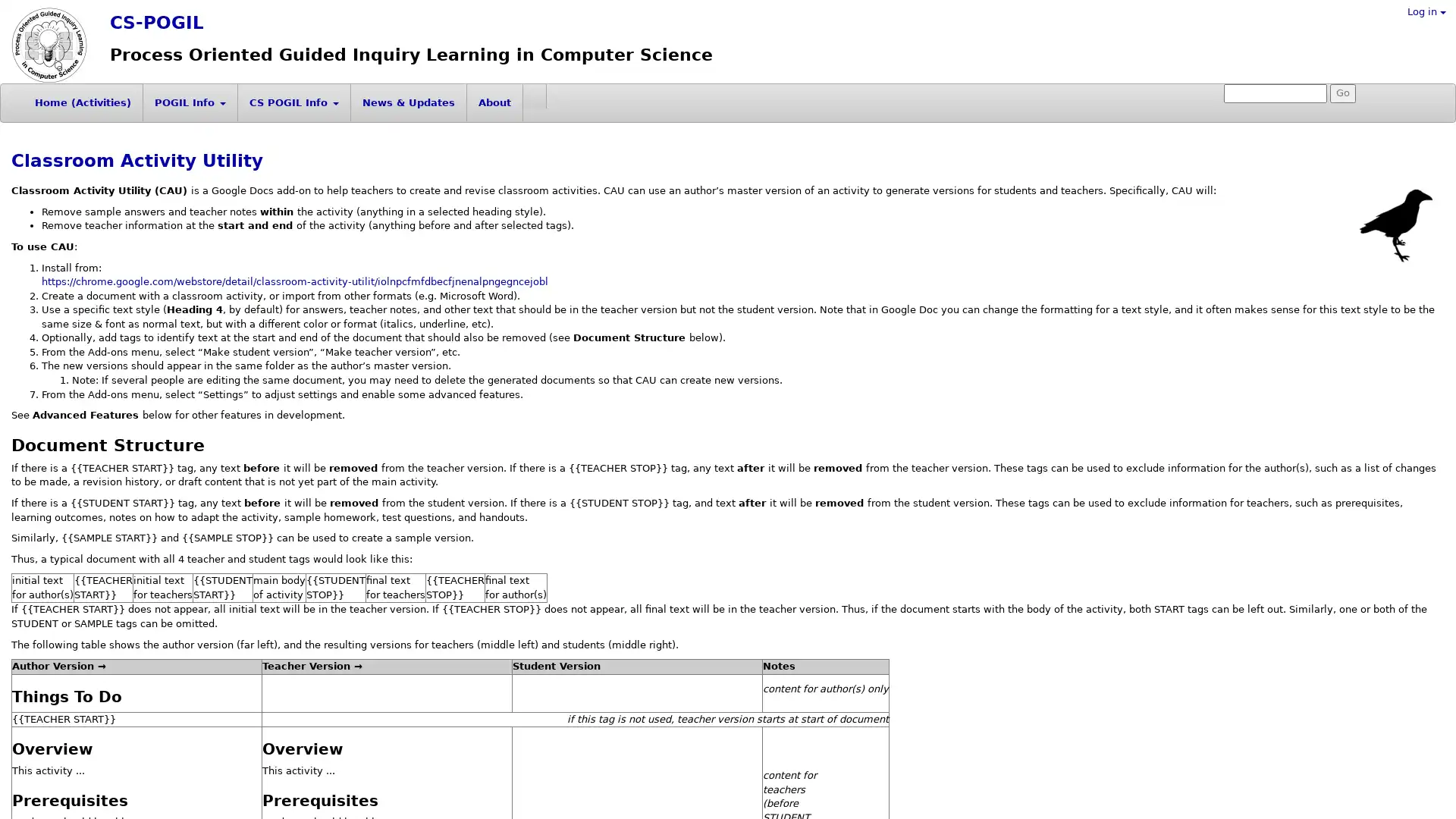 This screenshot has height=819, width=1456. What do you see at coordinates (1343, 93) in the screenshot?
I see `Go` at bounding box center [1343, 93].